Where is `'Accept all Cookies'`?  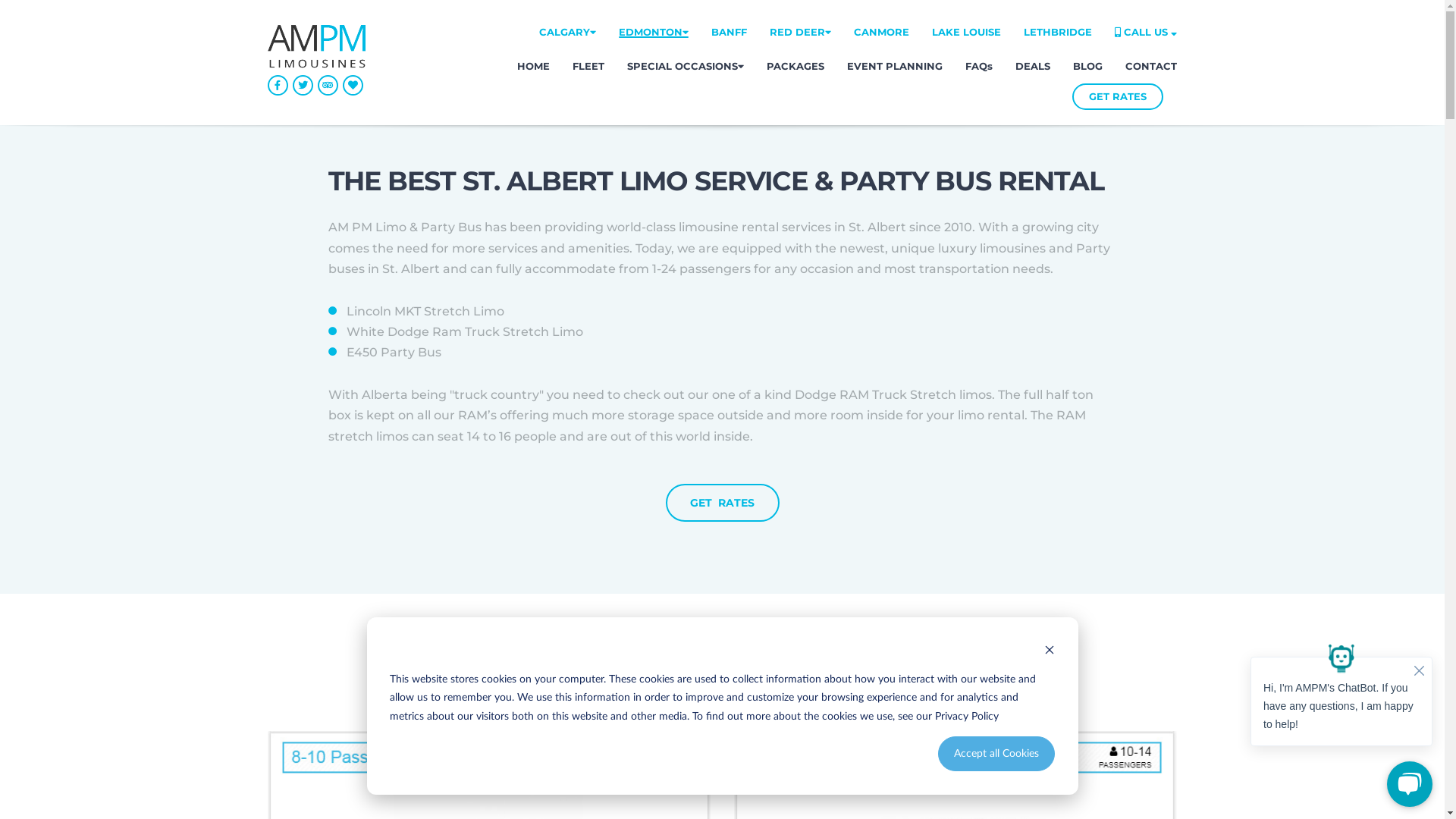 'Accept all Cookies' is located at coordinates (996, 754).